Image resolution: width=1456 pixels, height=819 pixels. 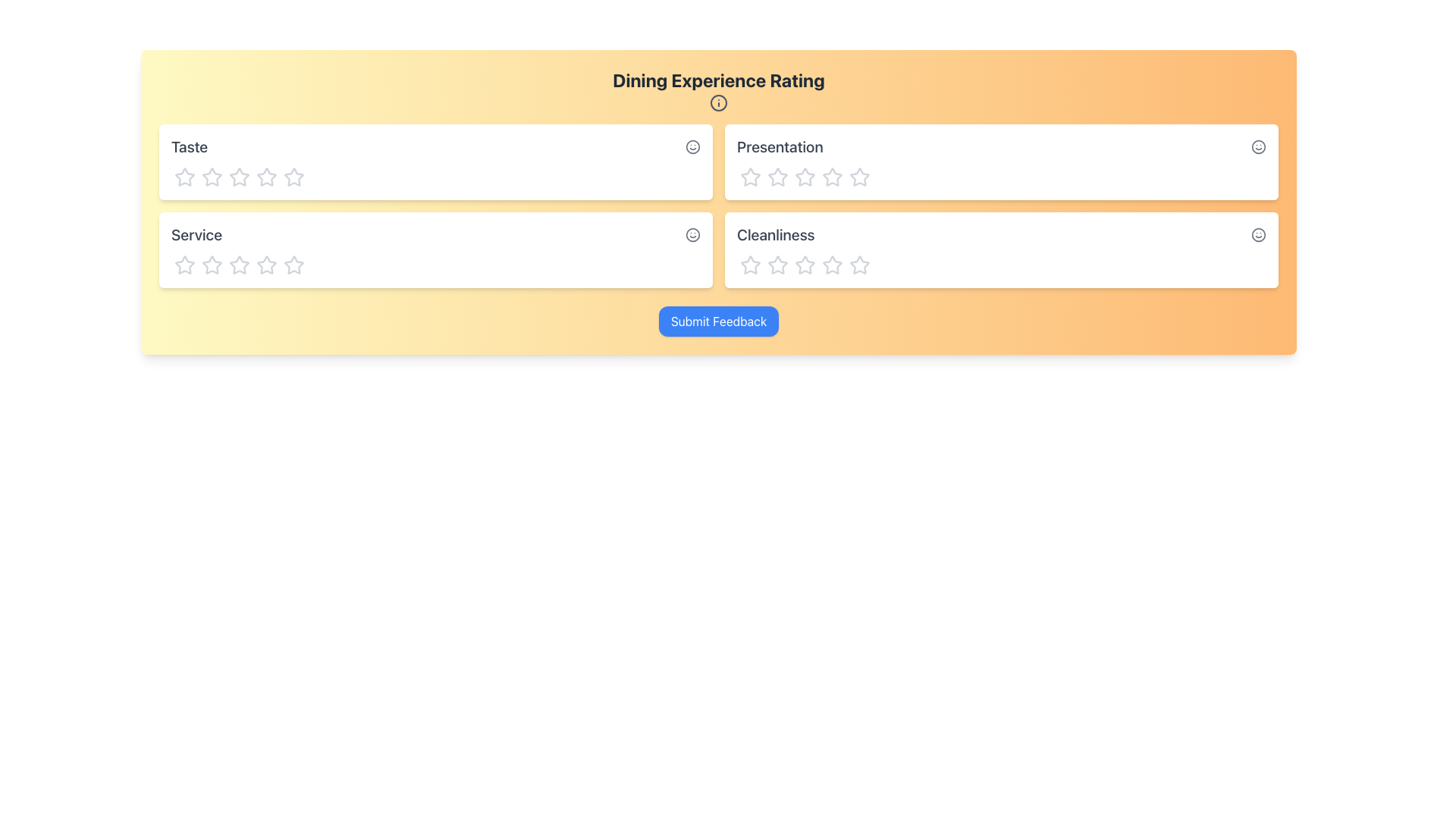 I want to click on the fifth star icon with a light gray outline under the 'Presentation' rating category in the feedback form to rate it, so click(x=832, y=175).